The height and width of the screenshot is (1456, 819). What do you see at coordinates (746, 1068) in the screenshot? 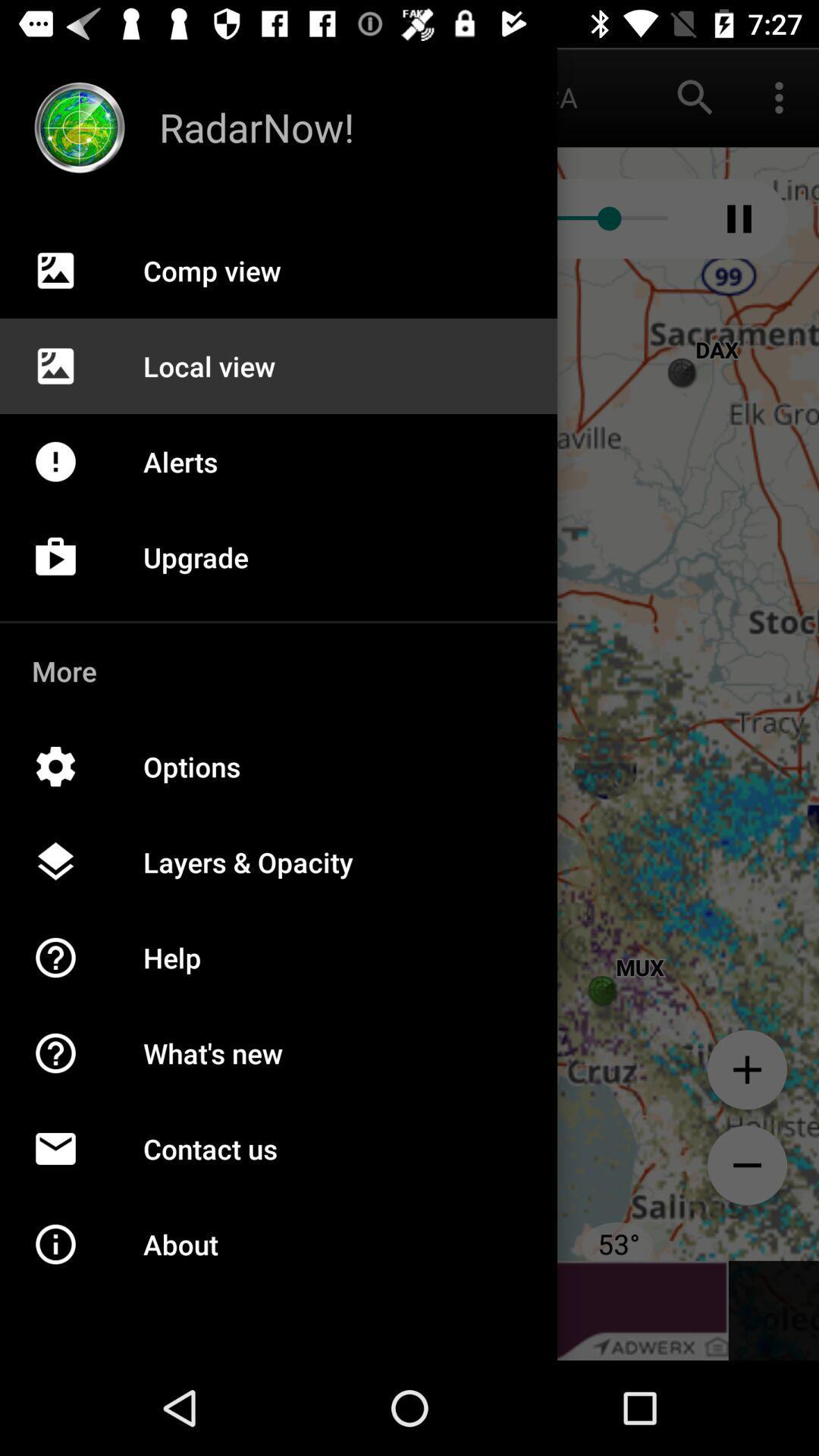
I see `the add icon` at bounding box center [746, 1068].